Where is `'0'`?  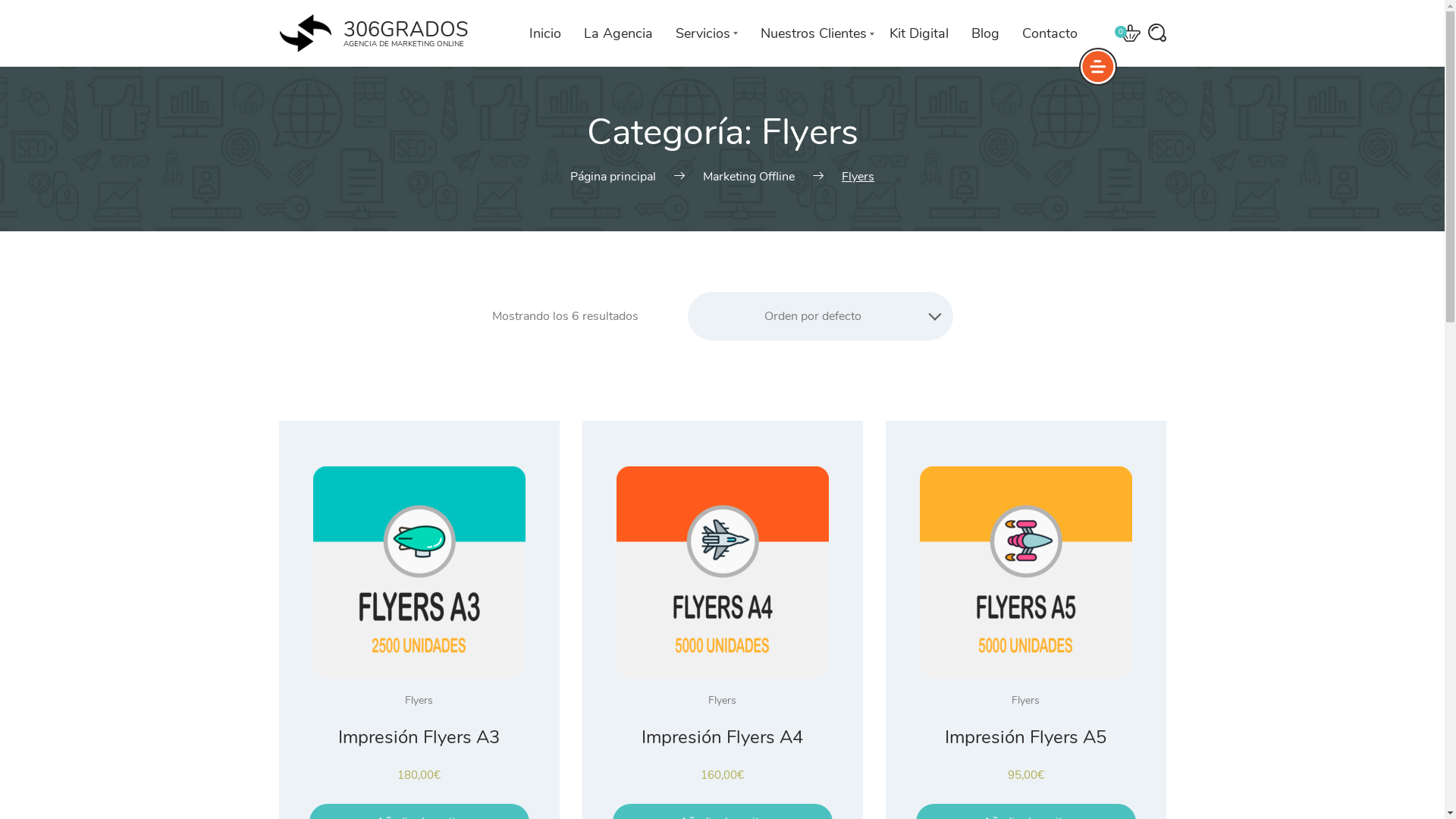 '0' is located at coordinates (1129, 33).